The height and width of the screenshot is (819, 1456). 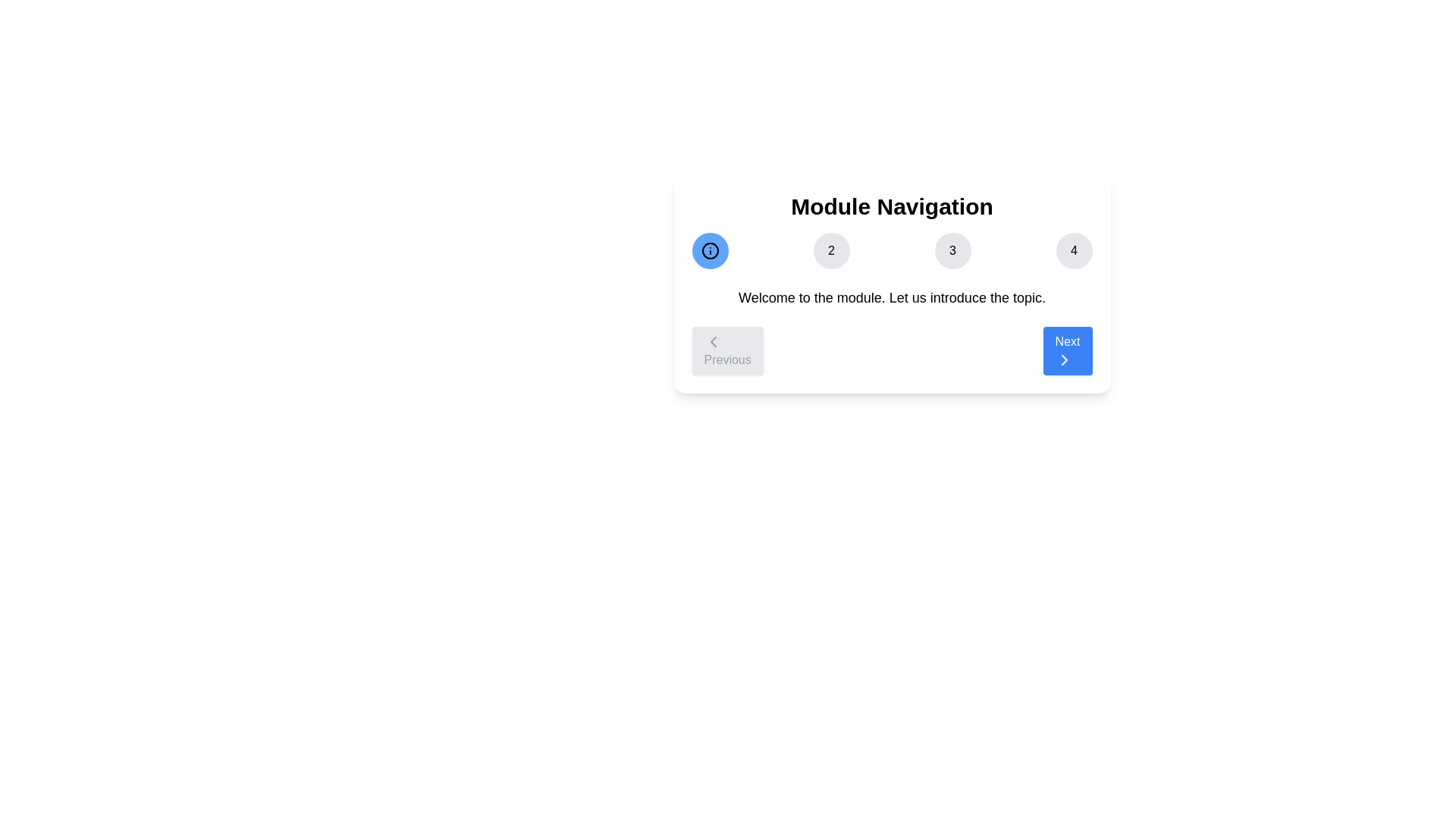 What do you see at coordinates (1066, 350) in the screenshot?
I see `the 'Next' button to navigate to the next step in the module` at bounding box center [1066, 350].